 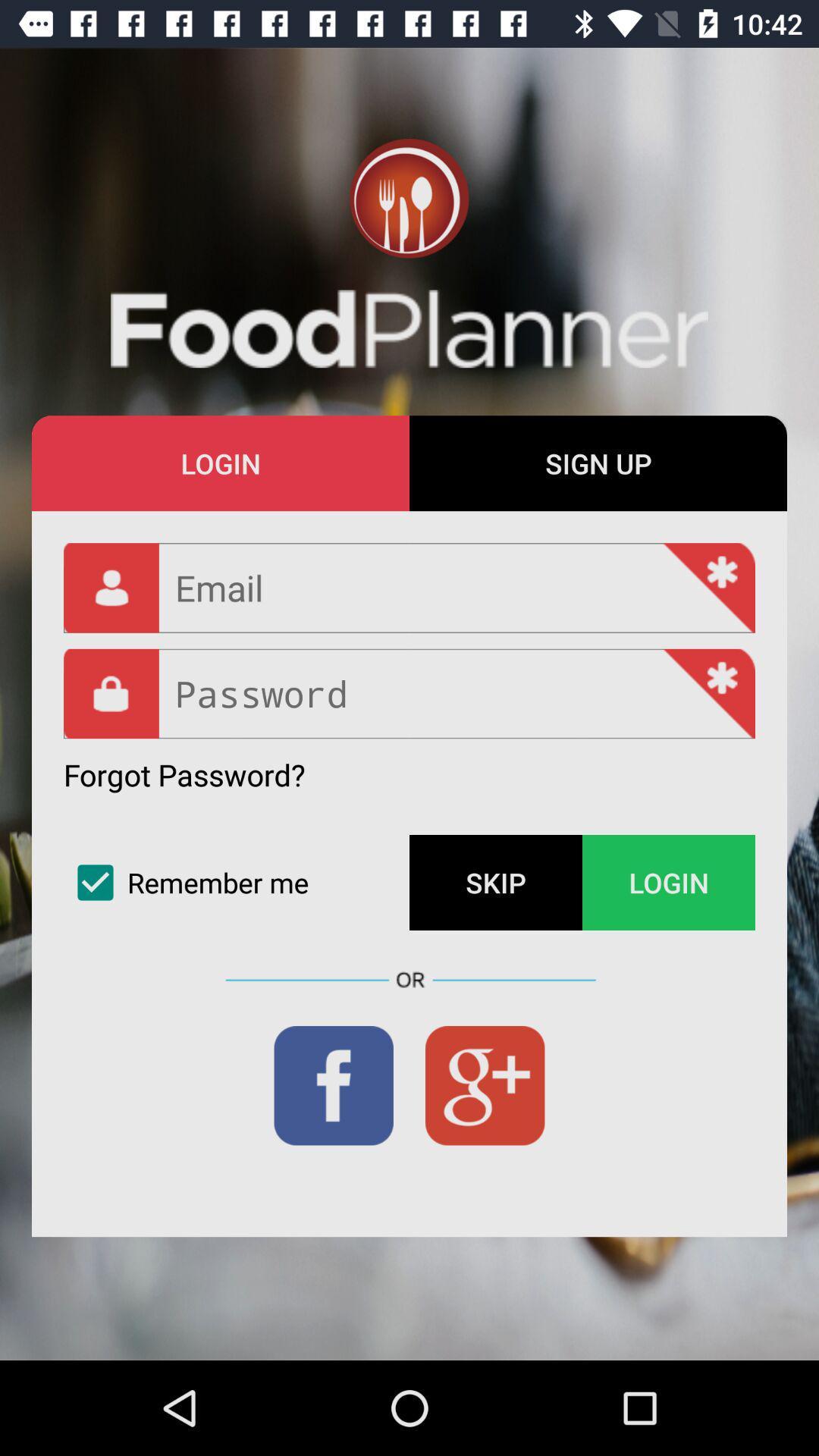 I want to click on the remember me item, so click(x=237, y=883).